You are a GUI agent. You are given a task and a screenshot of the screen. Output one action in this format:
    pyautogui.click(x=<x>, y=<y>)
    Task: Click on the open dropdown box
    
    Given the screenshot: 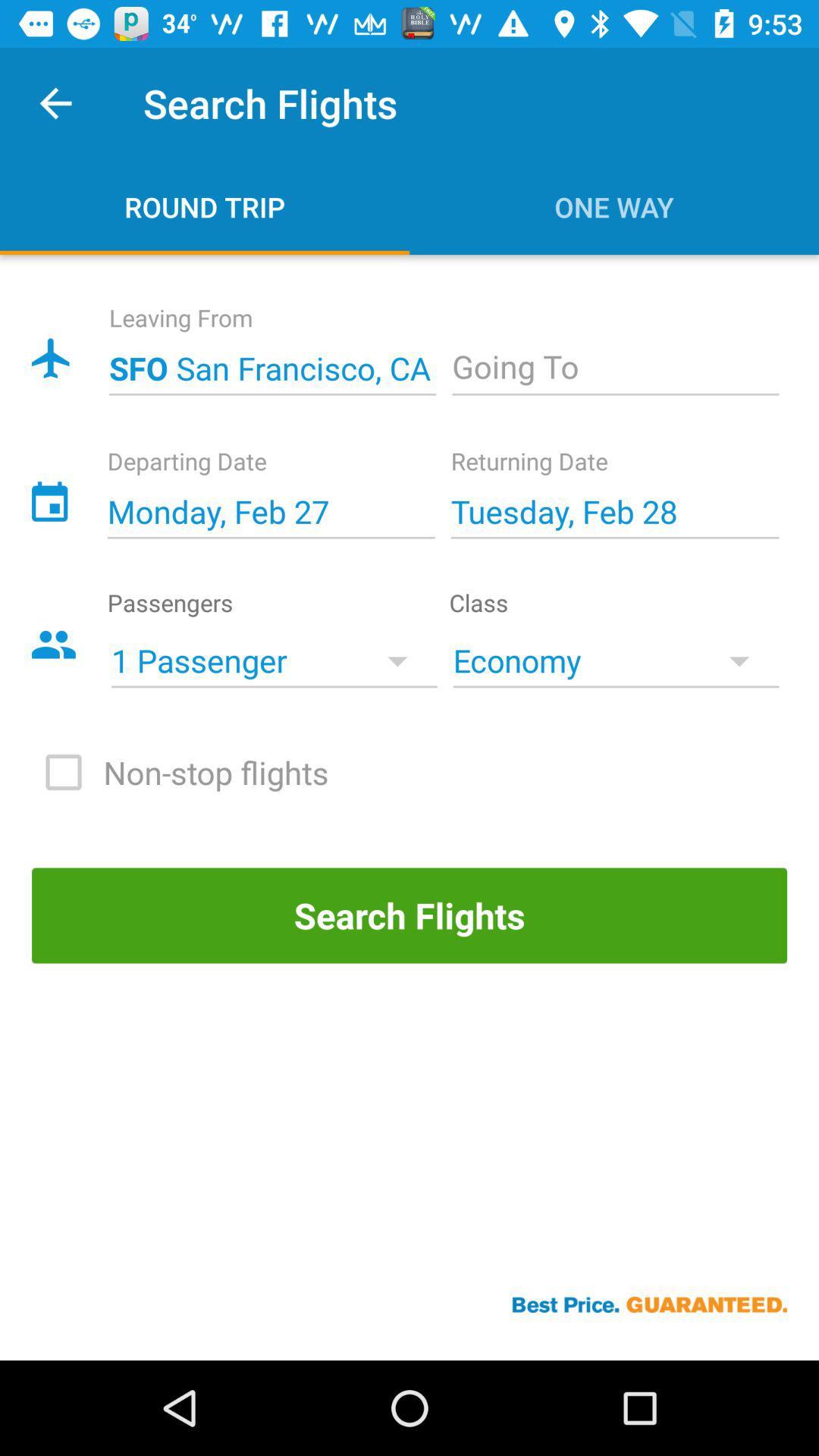 What is the action you would take?
    pyautogui.click(x=615, y=369)
    